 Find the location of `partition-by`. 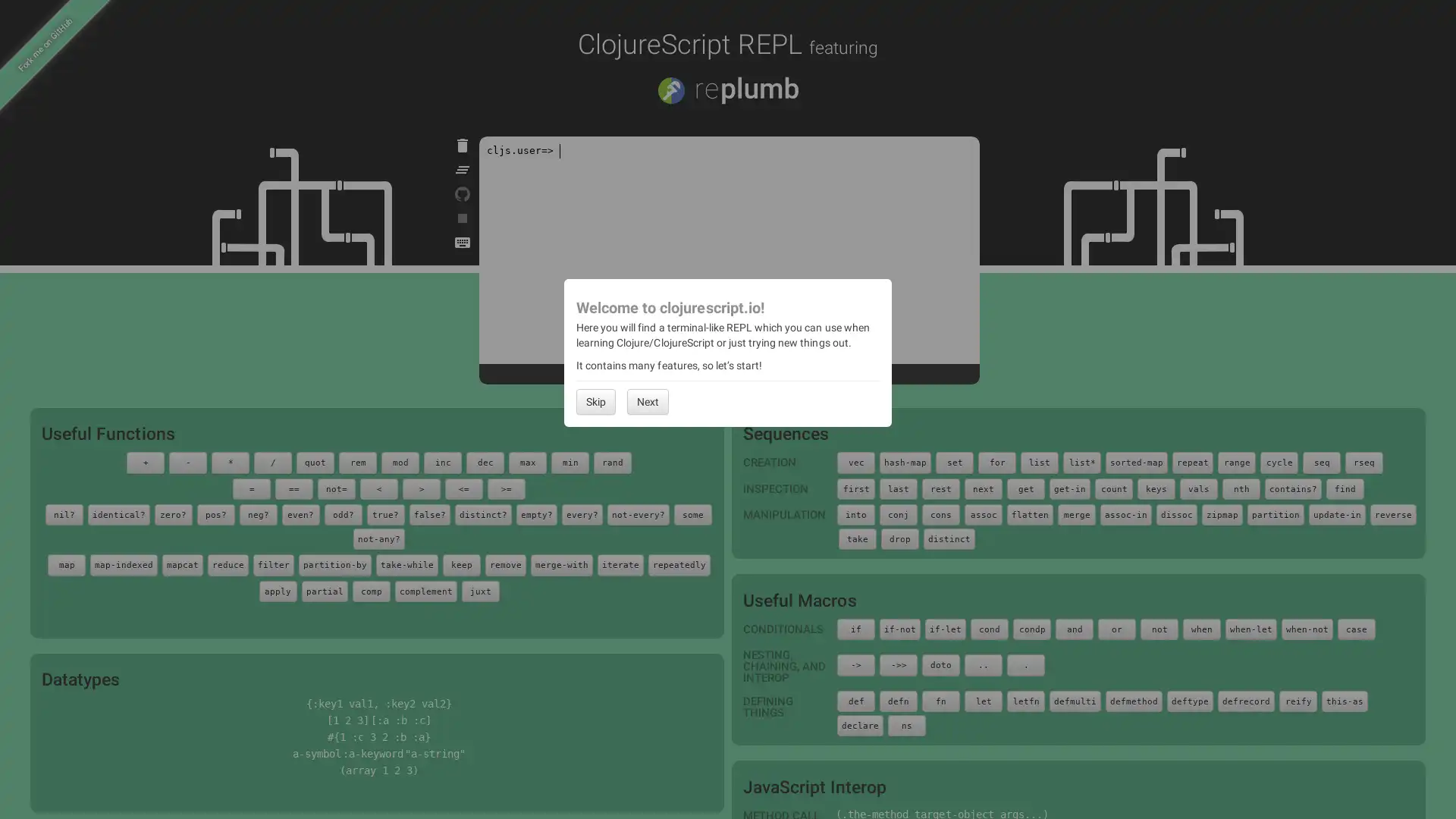

partition-by is located at coordinates (334, 564).